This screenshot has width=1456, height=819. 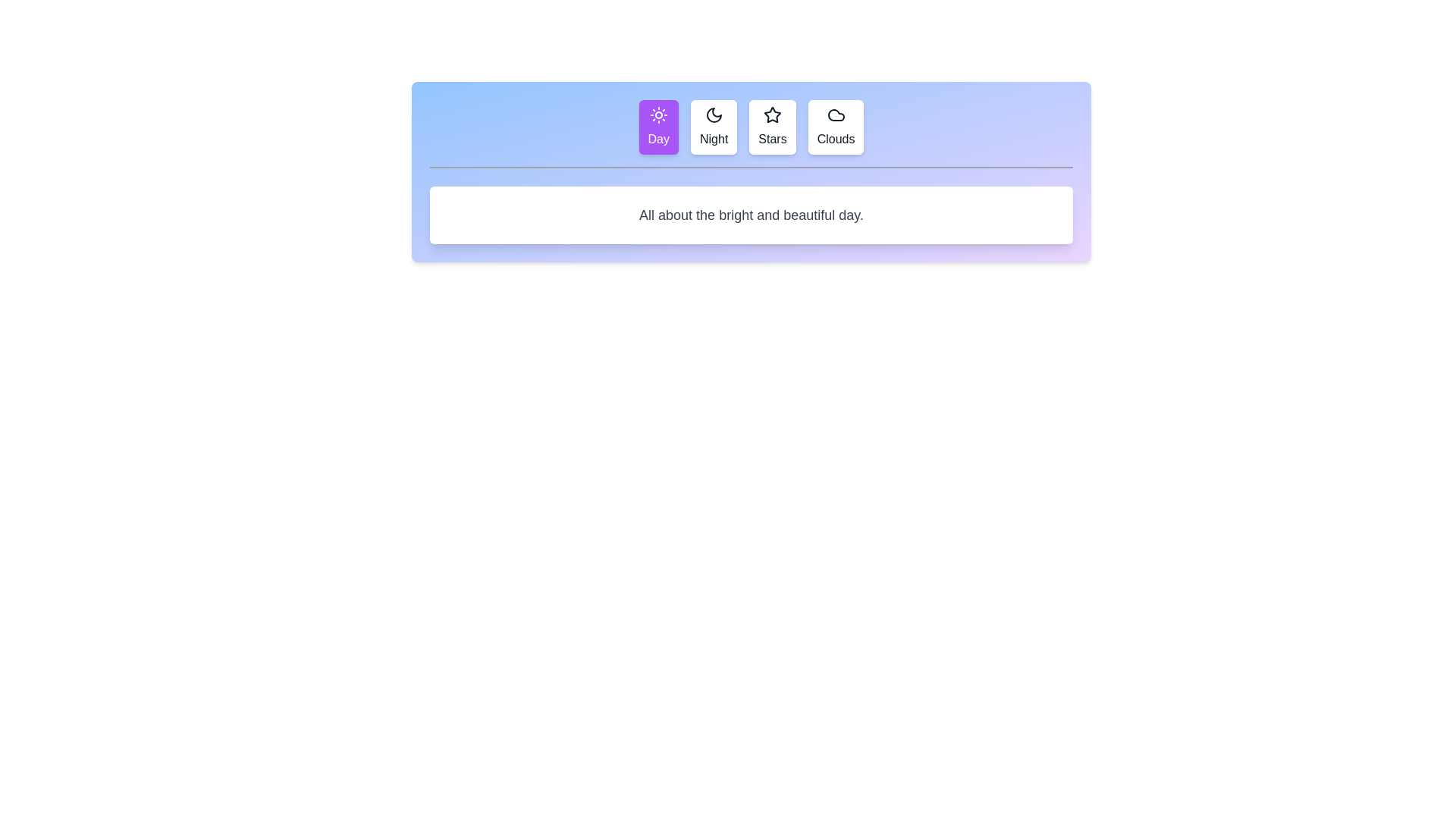 What do you see at coordinates (772, 127) in the screenshot?
I see `the tab labeled Stars` at bounding box center [772, 127].